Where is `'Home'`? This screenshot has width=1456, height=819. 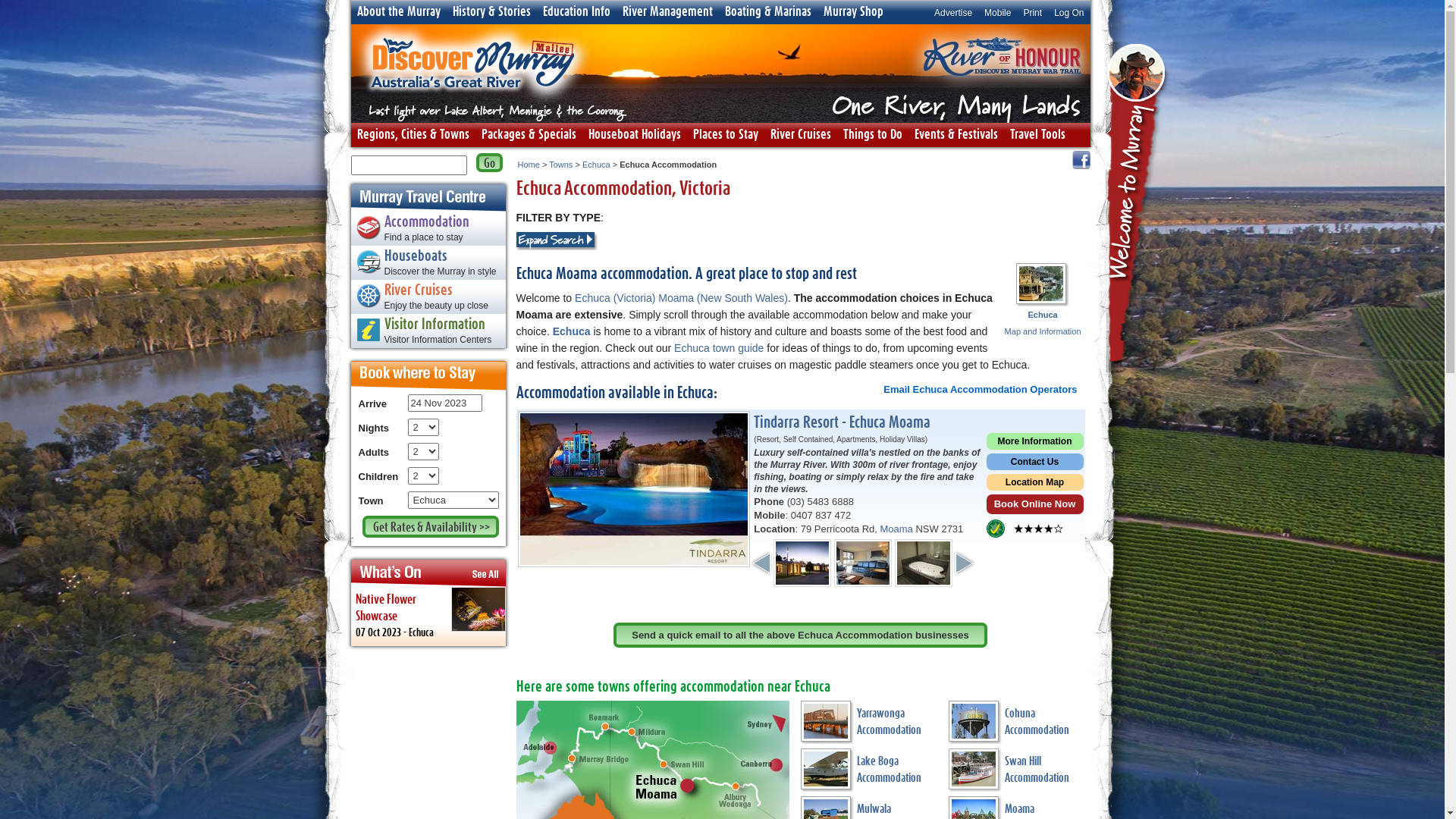
'Home' is located at coordinates (528, 164).